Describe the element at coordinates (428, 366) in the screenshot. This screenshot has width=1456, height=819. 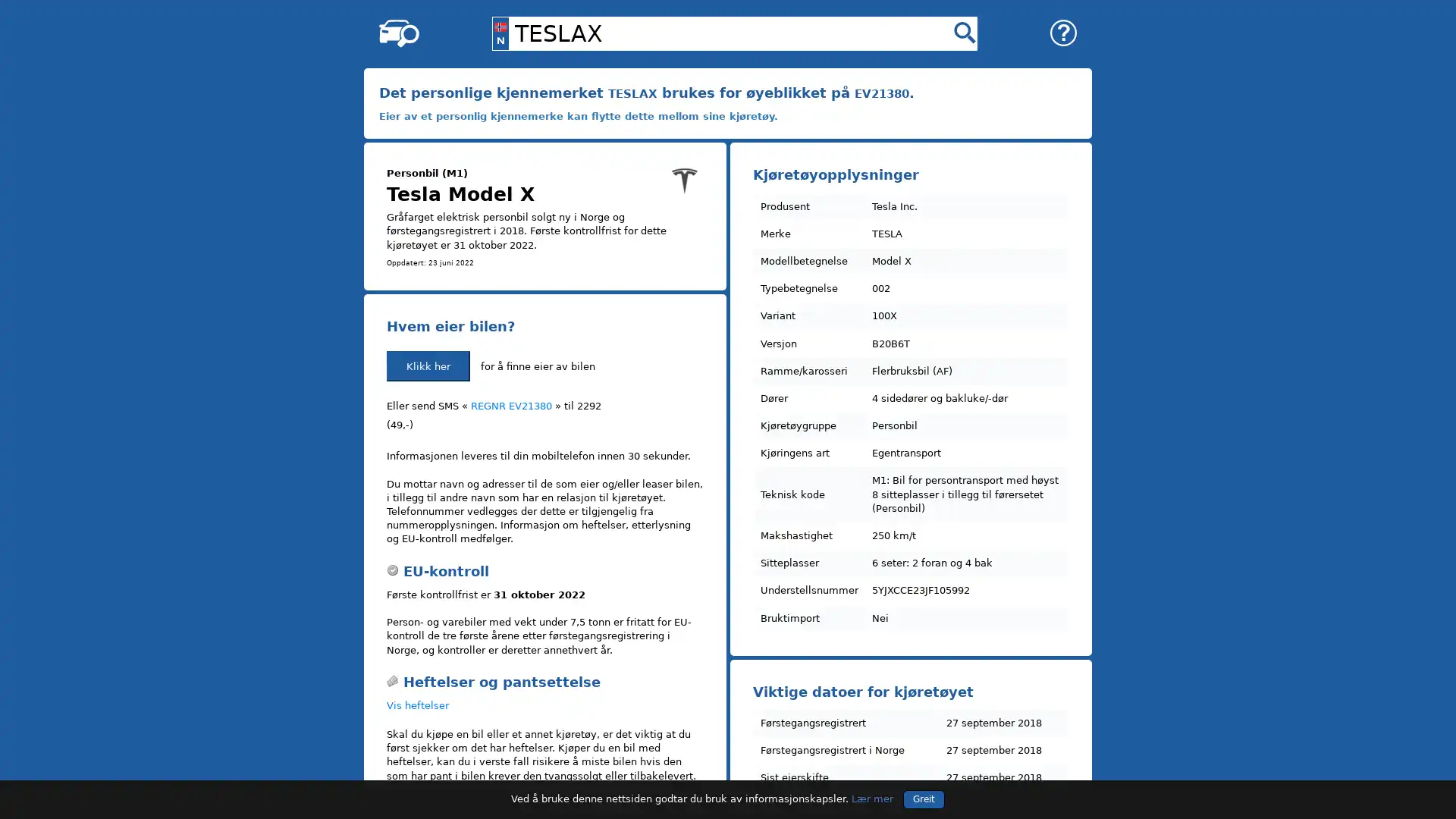
I see `Klikk her` at that location.